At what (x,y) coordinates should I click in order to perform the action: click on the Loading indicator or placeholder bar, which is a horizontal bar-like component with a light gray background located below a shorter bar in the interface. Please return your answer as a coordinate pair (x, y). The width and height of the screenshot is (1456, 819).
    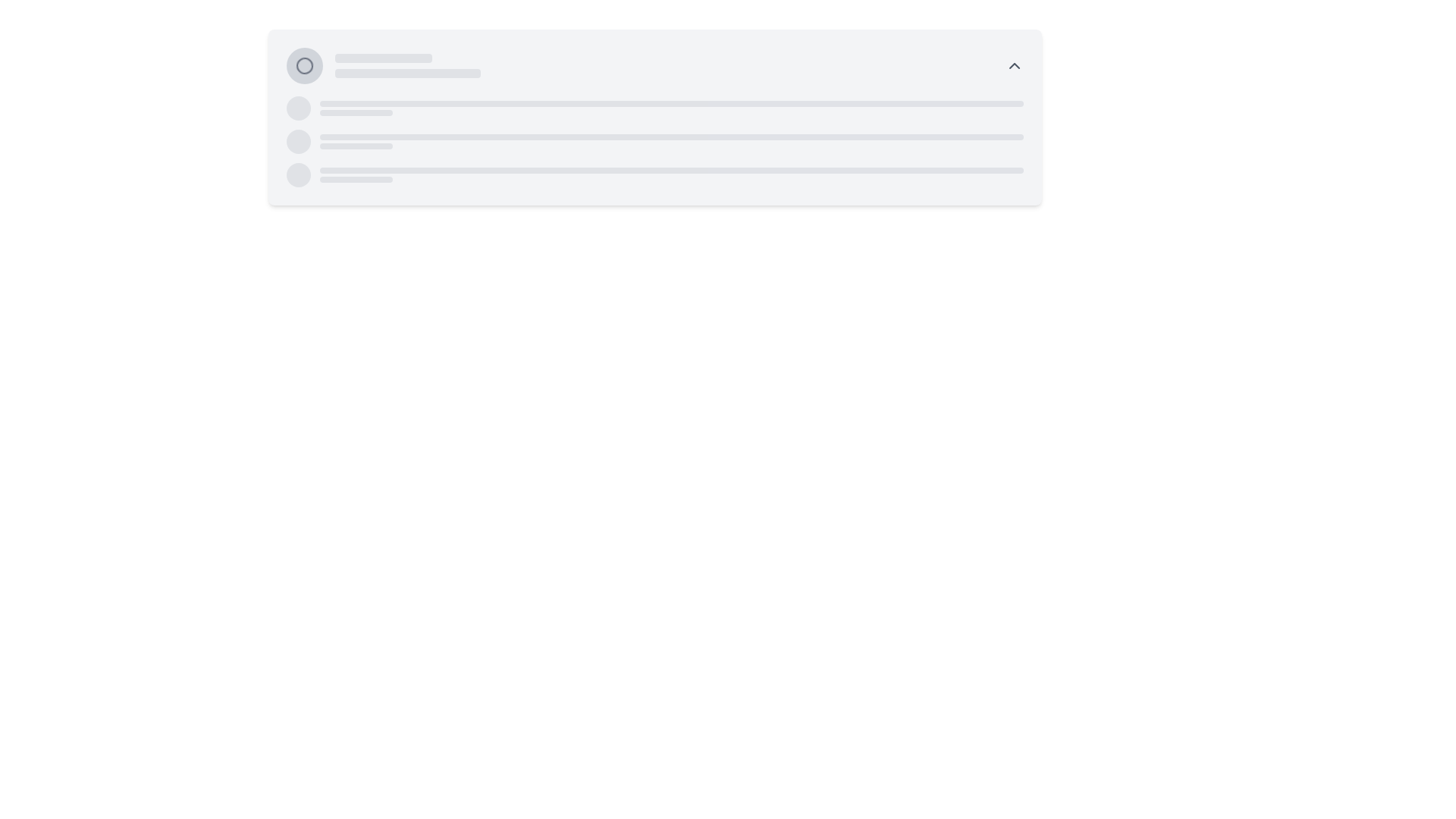
    Looking at the image, I should click on (407, 73).